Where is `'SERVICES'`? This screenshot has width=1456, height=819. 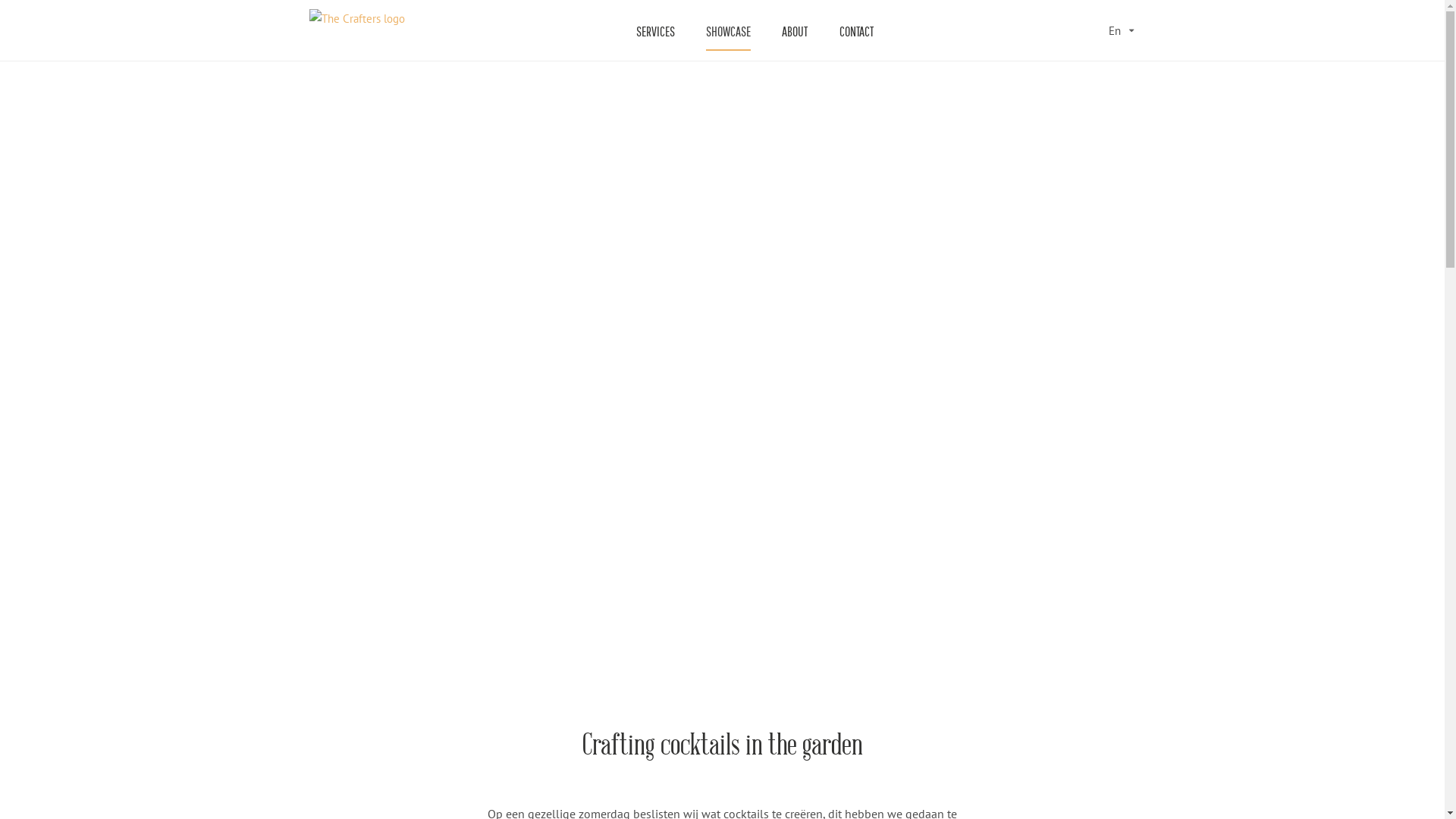
'SERVICES' is located at coordinates (620, 31).